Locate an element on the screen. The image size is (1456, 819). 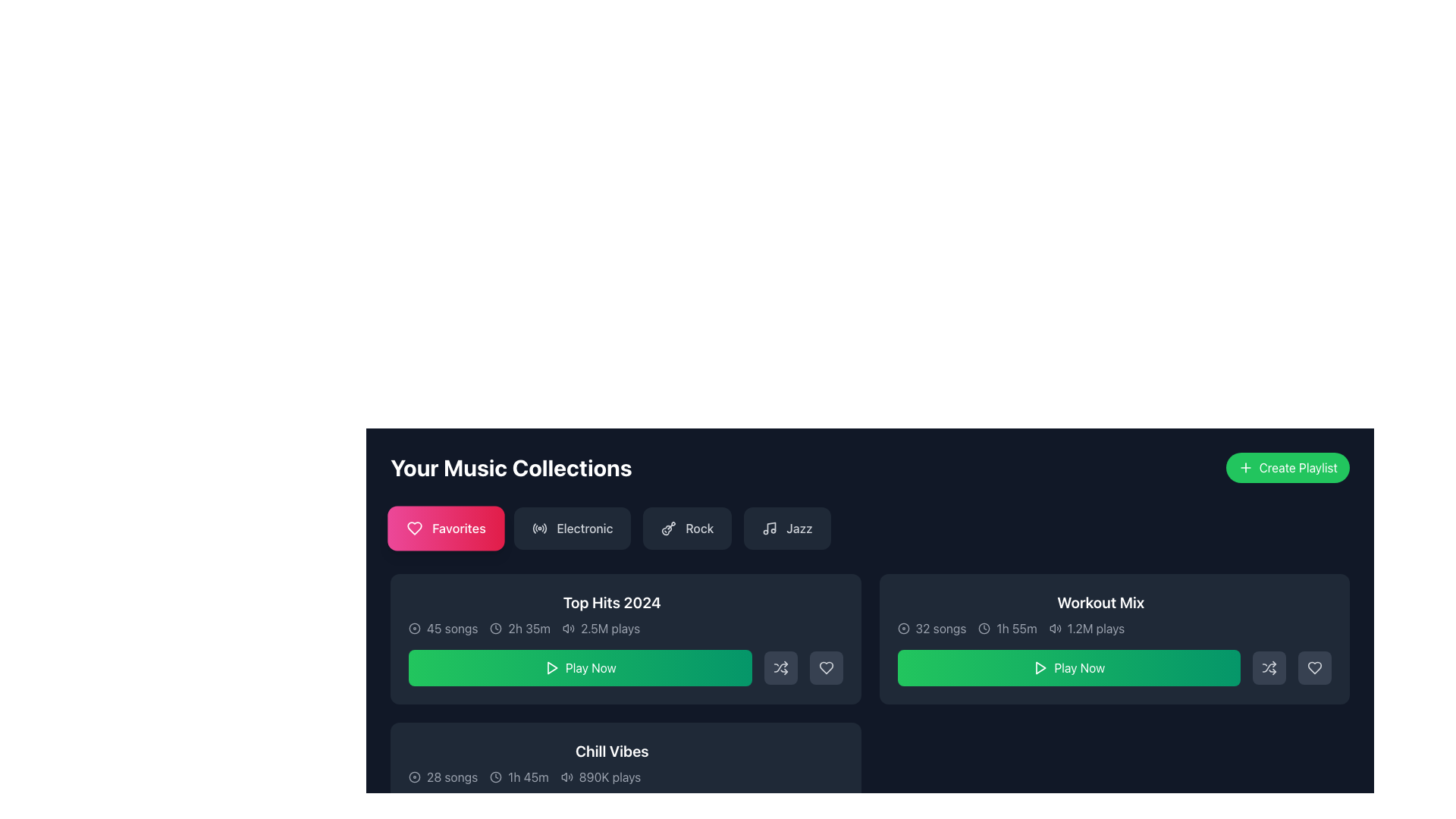
the circular SVG element in the Workout Mix card, which is located to the left of the playlist details is located at coordinates (903, 629).